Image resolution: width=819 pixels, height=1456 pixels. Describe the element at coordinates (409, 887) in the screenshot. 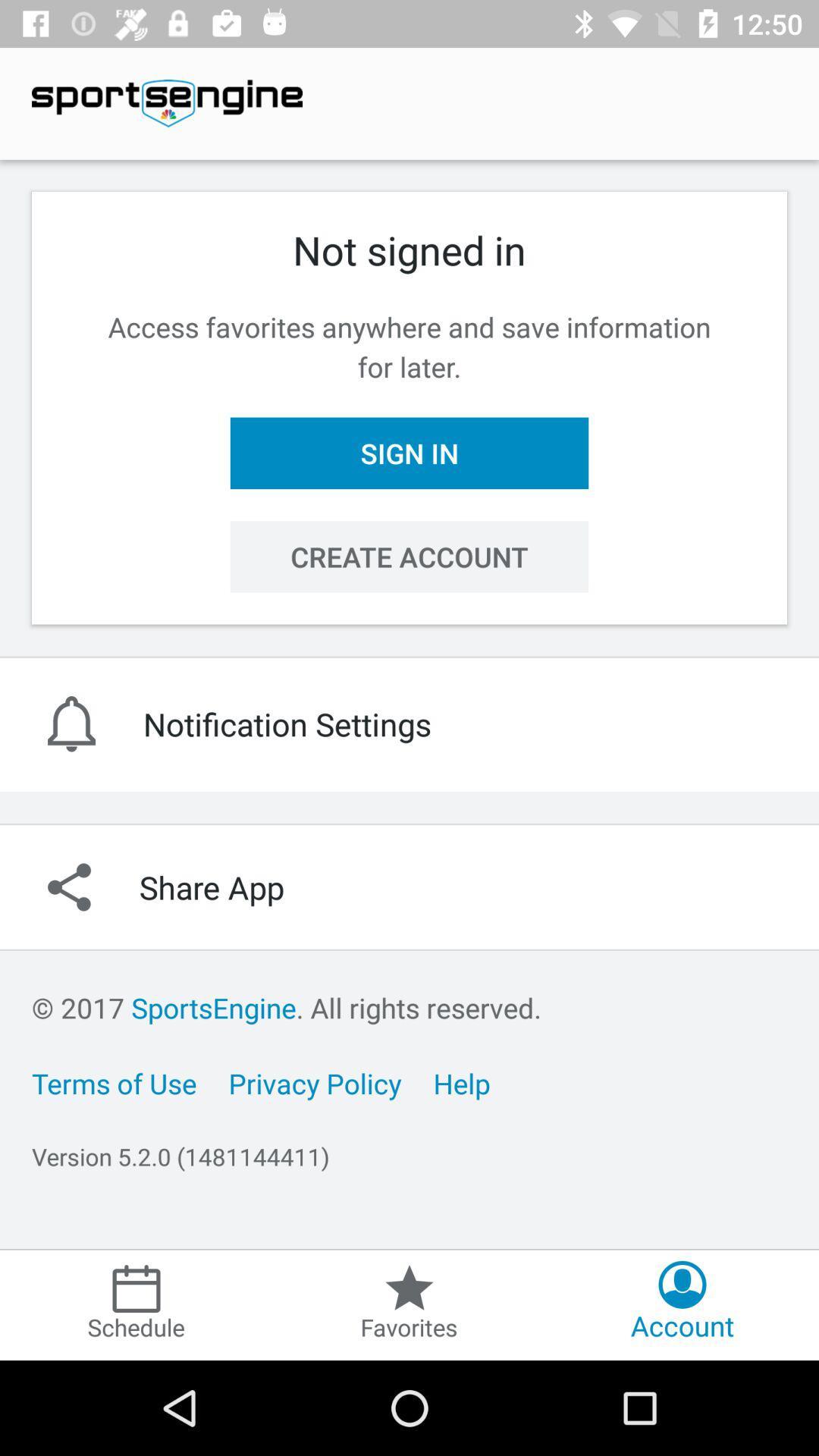

I see `the share app item` at that location.